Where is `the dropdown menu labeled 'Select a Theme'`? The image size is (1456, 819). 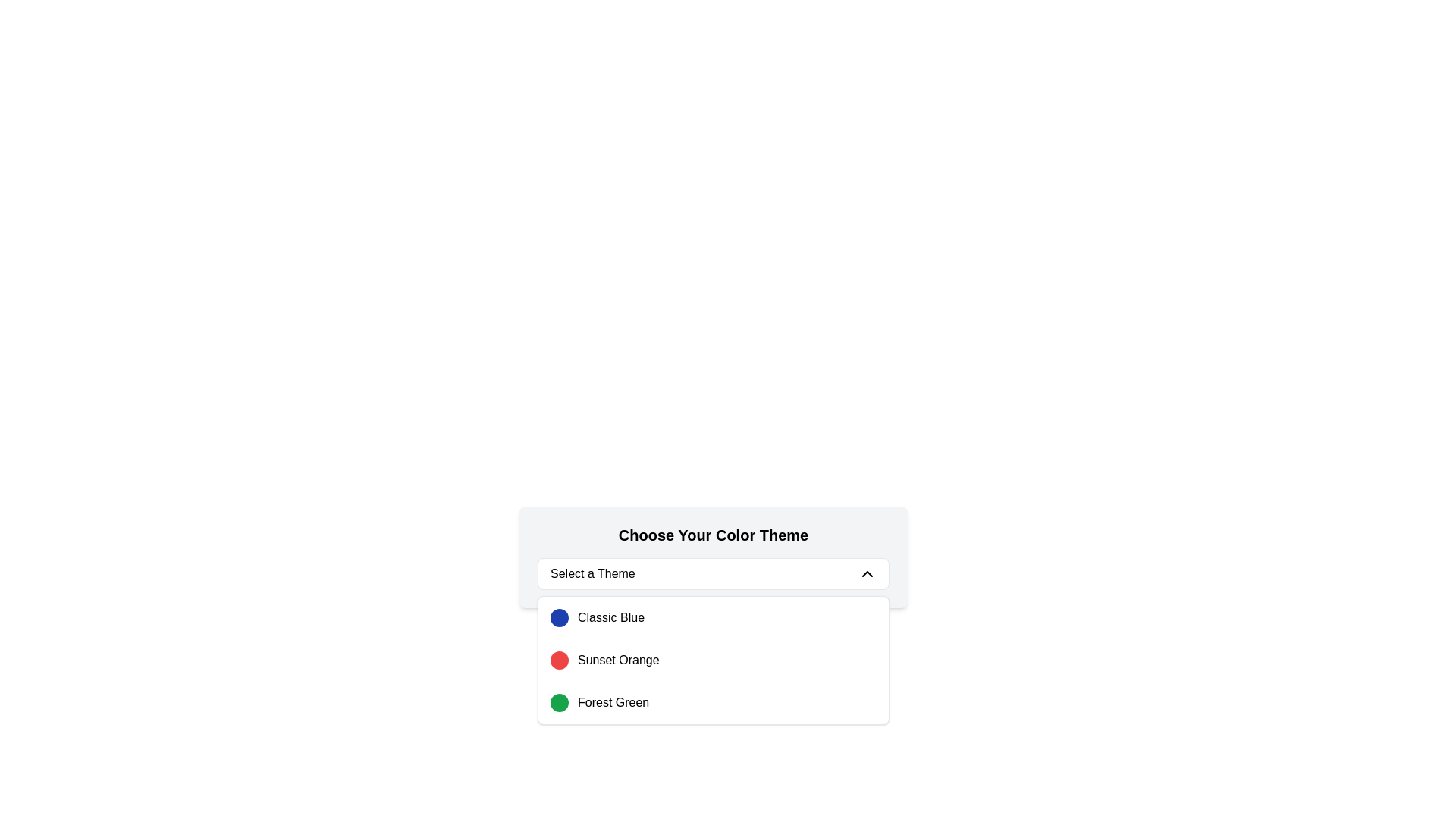 the dropdown menu labeled 'Select a Theme' is located at coordinates (712, 573).